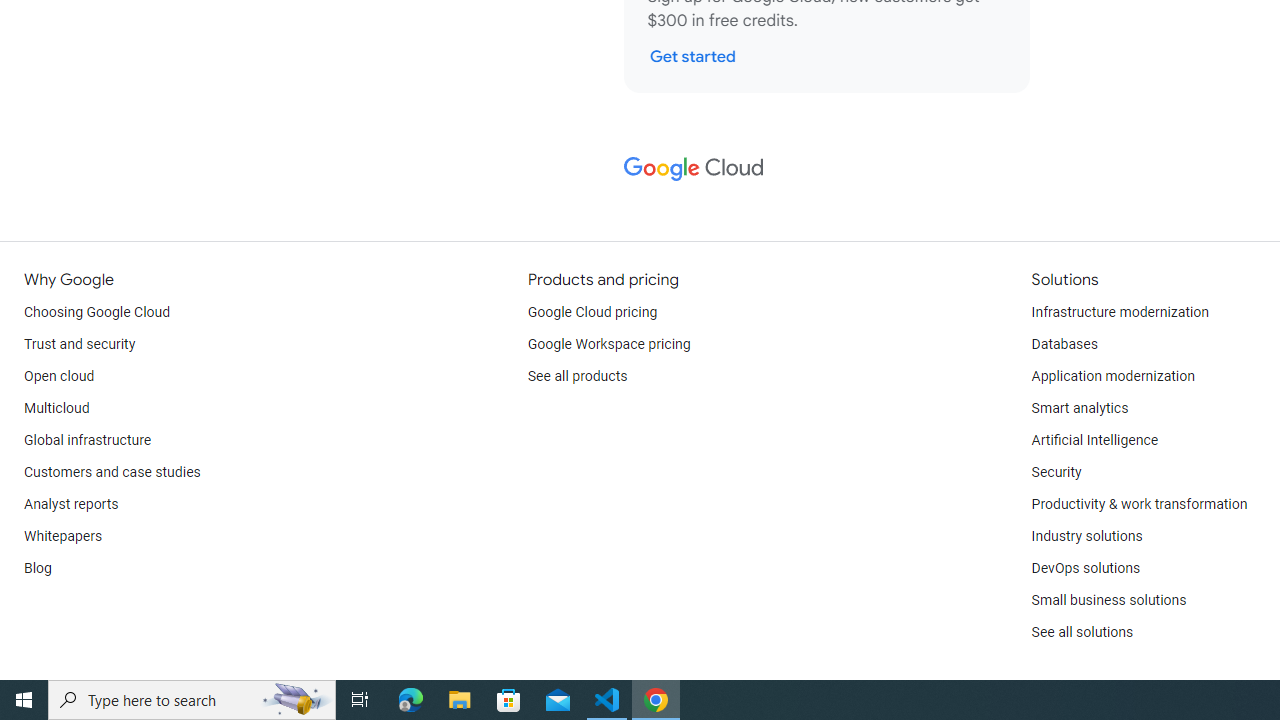 The height and width of the screenshot is (720, 1280). Describe the element at coordinates (111, 473) in the screenshot. I see `'Customers and case studies'` at that location.